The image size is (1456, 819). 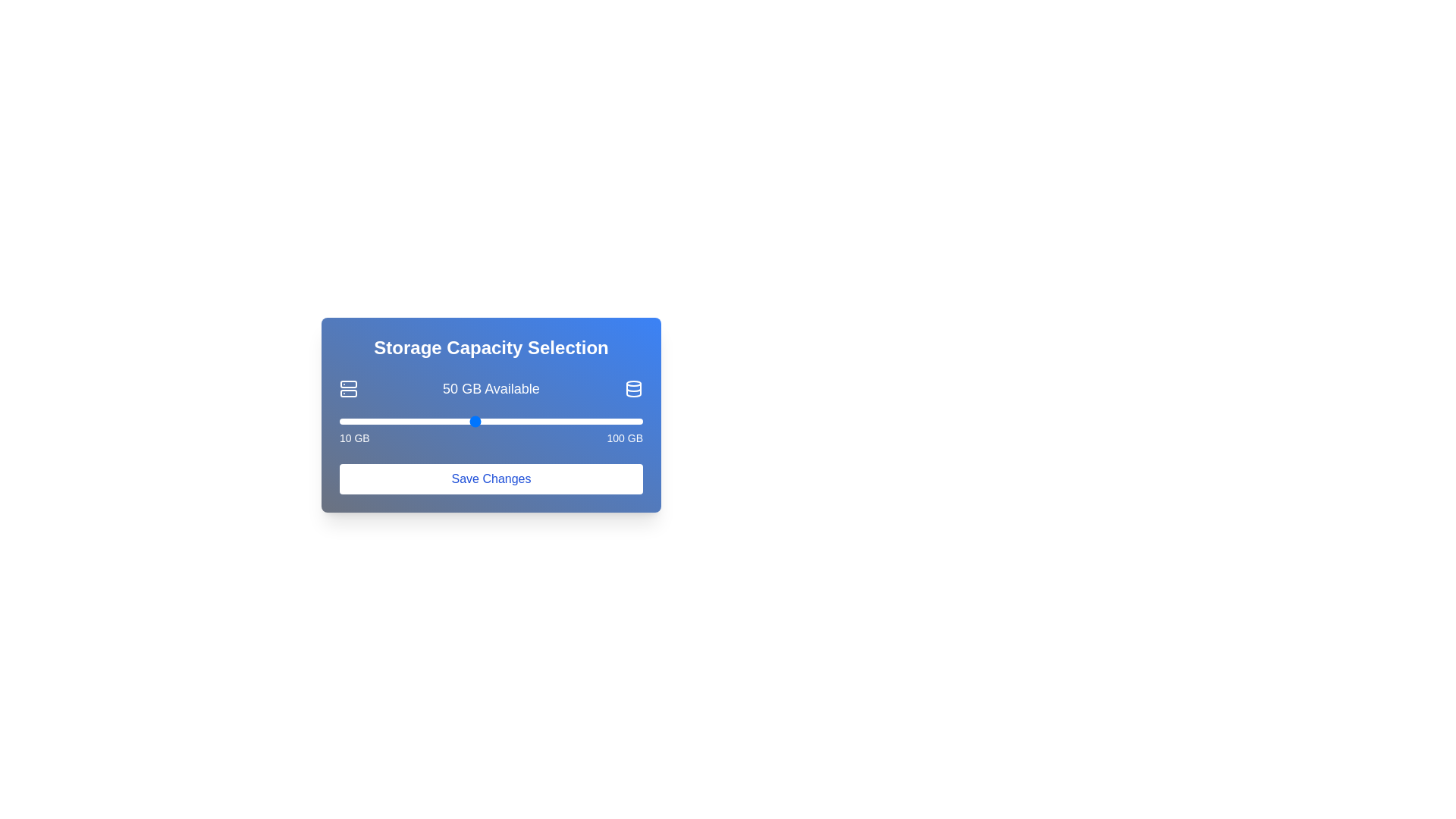 What do you see at coordinates (348, 388) in the screenshot?
I see `the server icon adjacent to the storage text` at bounding box center [348, 388].